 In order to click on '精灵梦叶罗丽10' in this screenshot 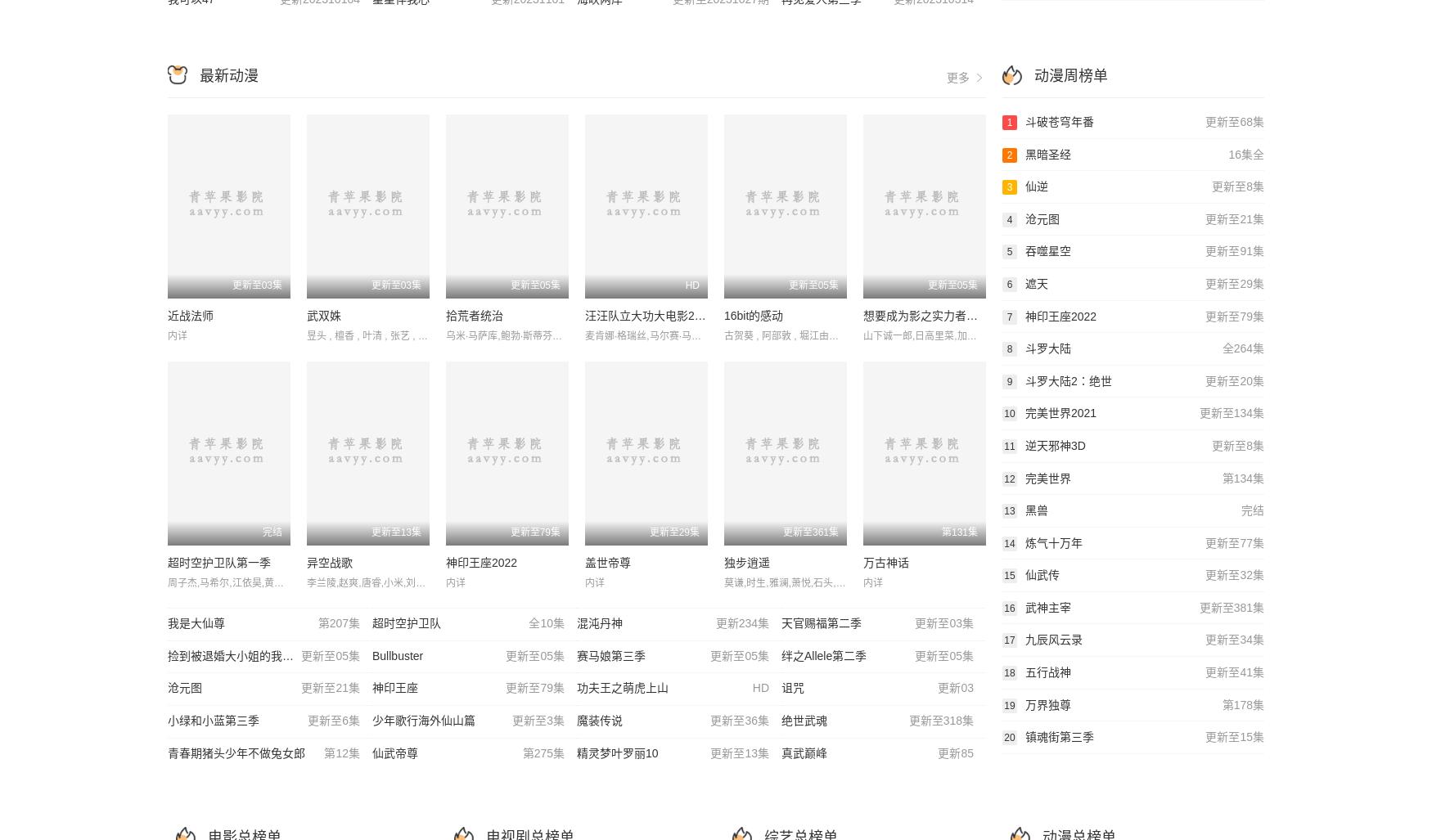, I will do `click(616, 752)`.